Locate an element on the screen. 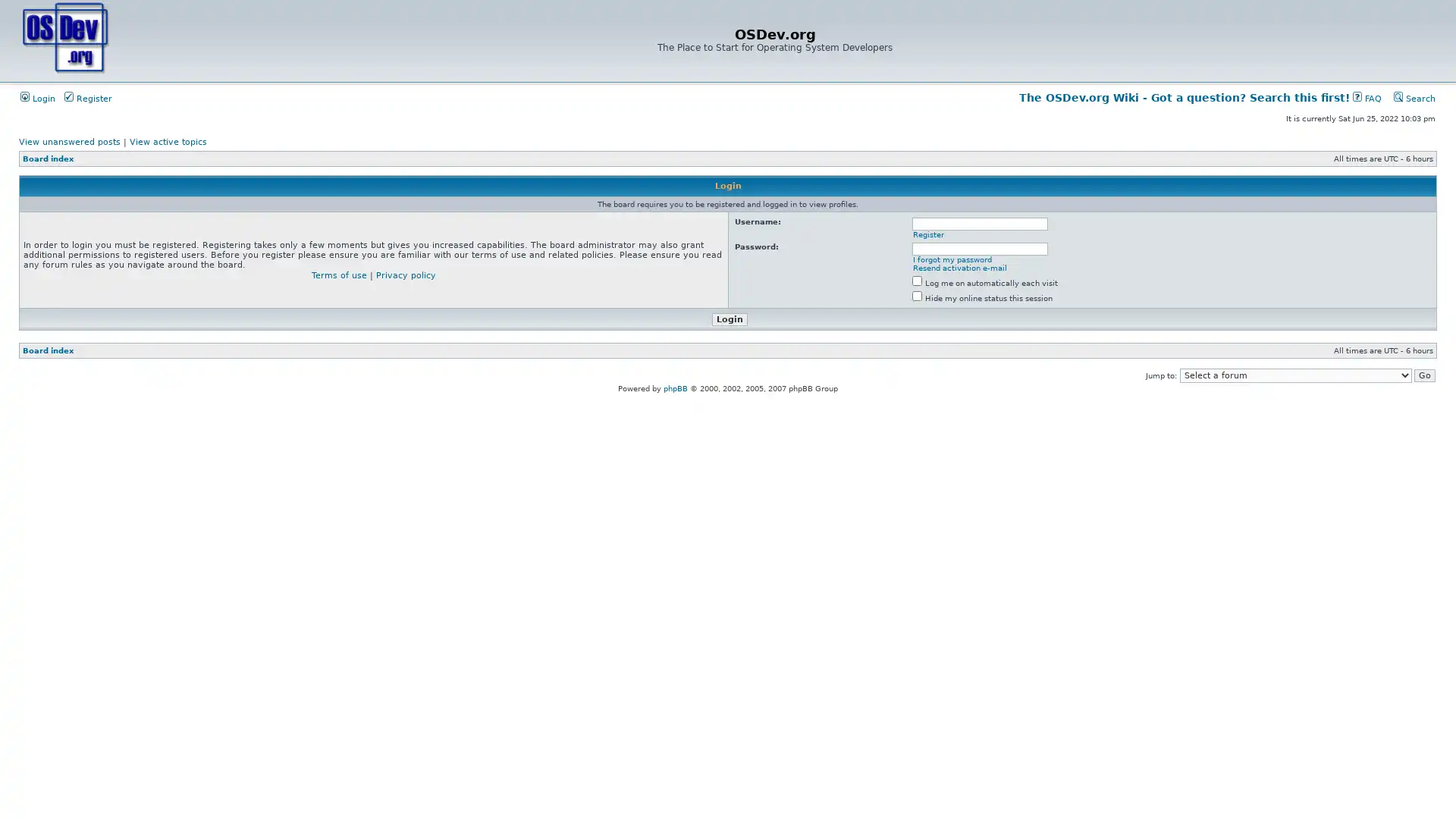 The image size is (1456, 819). Login is located at coordinates (729, 318).